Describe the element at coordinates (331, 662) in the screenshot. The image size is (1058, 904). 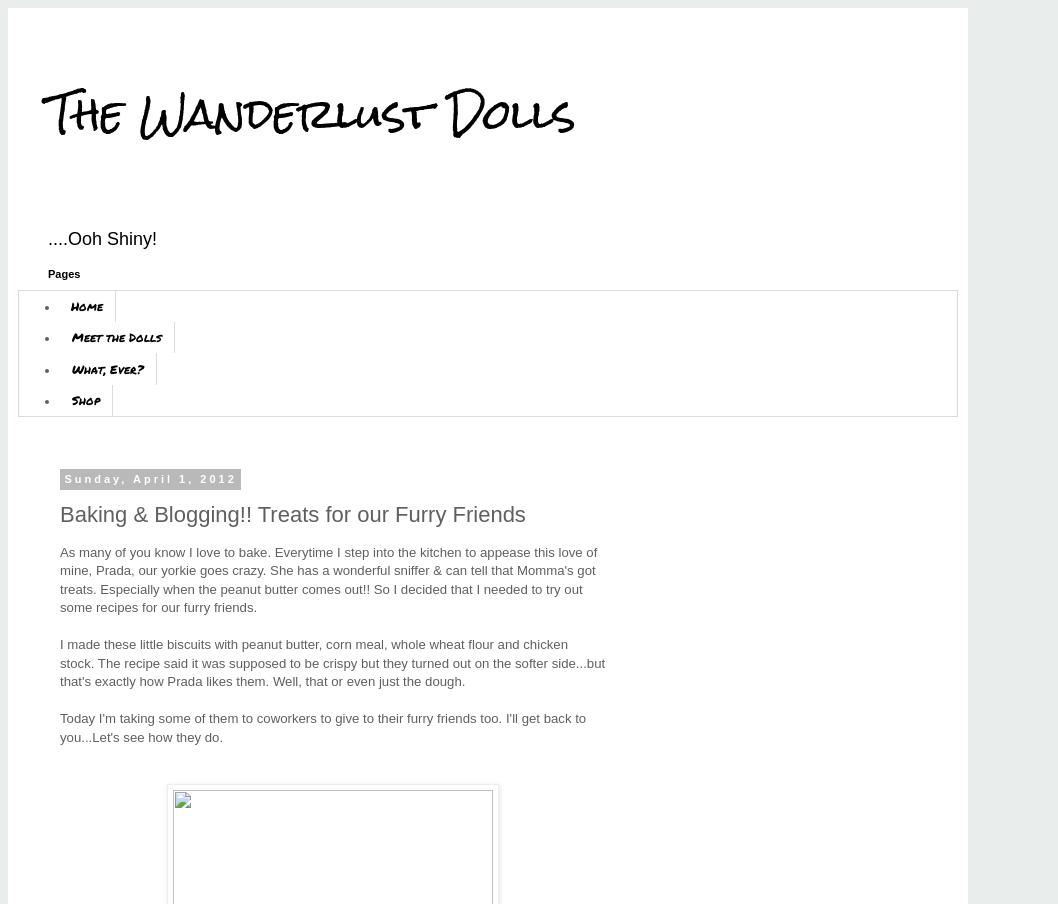
I see `'I made these little biscuits with peanut butter, corn meal, whole wheat flour and chicken stock. The recipe said it was supposed to be crispy but they turned out on the softer side...but that's exactly how Prada likes them. Well, that or even just the dough.'` at that location.